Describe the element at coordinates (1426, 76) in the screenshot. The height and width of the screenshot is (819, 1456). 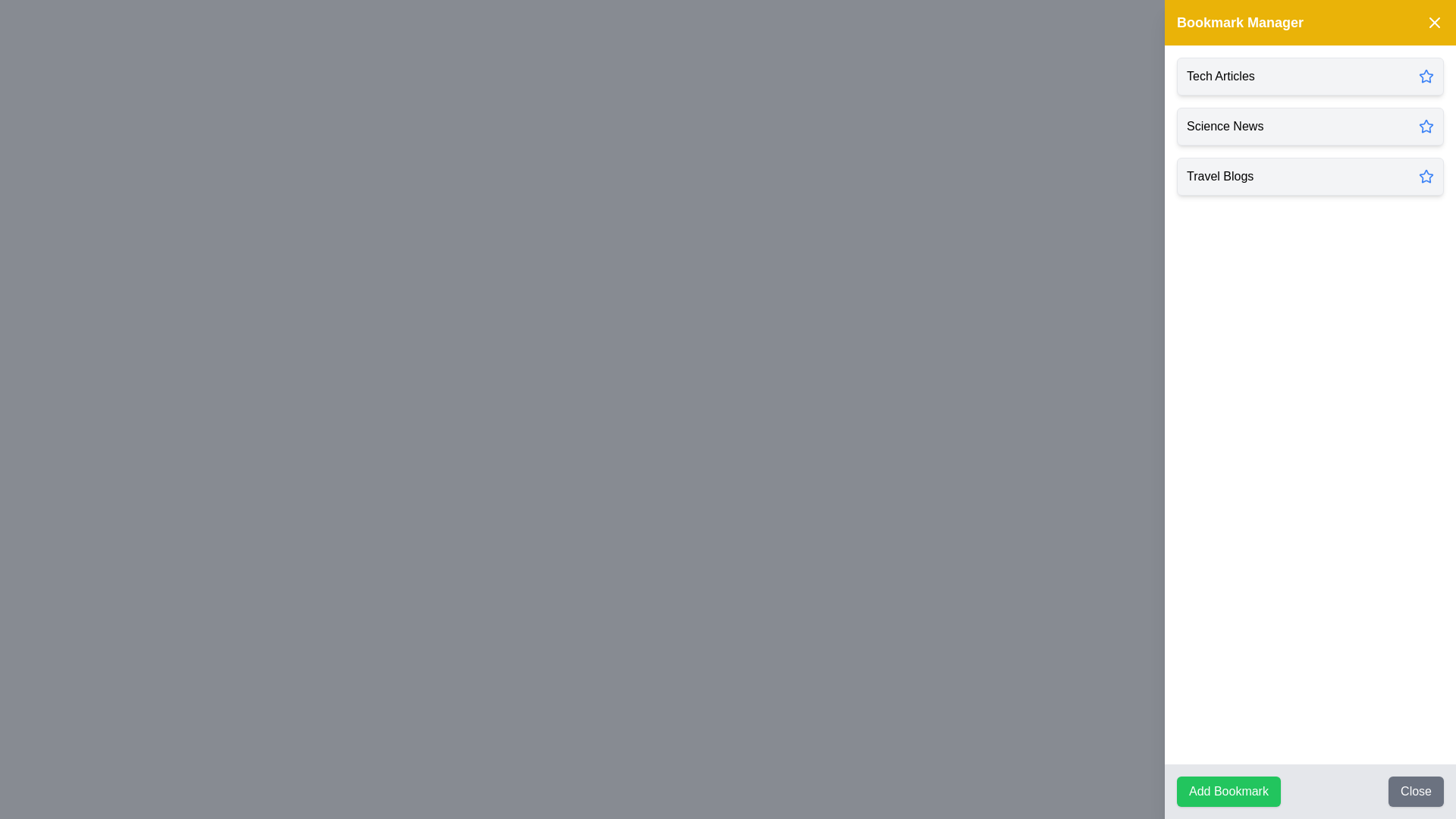
I see `the first star icon in the Bookmark Manager to toggle the bookmark status of the 'Tech Articles' item` at that location.